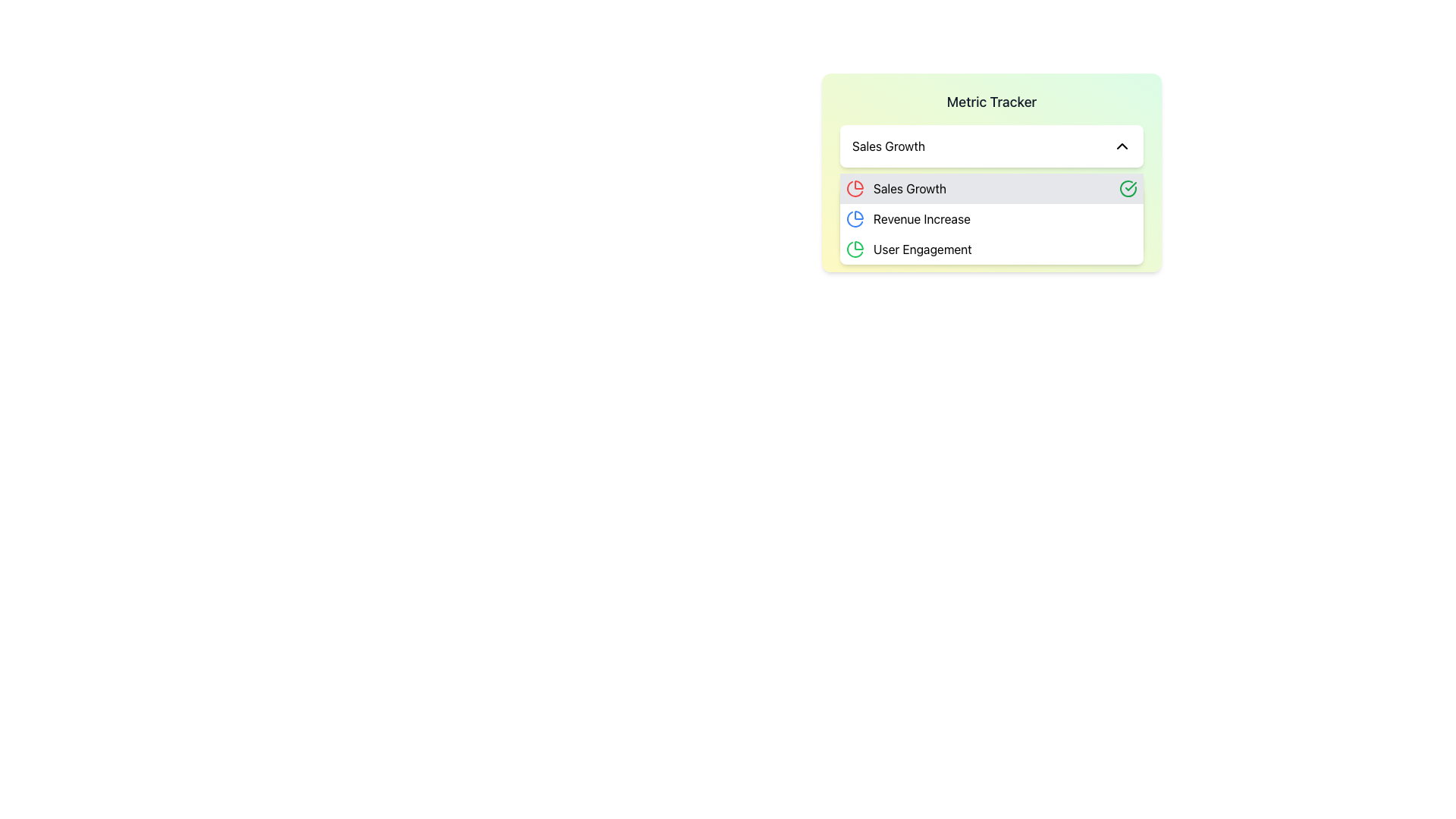 The image size is (1456, 819). I want to click on the 'Revenue Increase' text label in the dropdown list of the 'Metric Tracker', so click(921, 219).